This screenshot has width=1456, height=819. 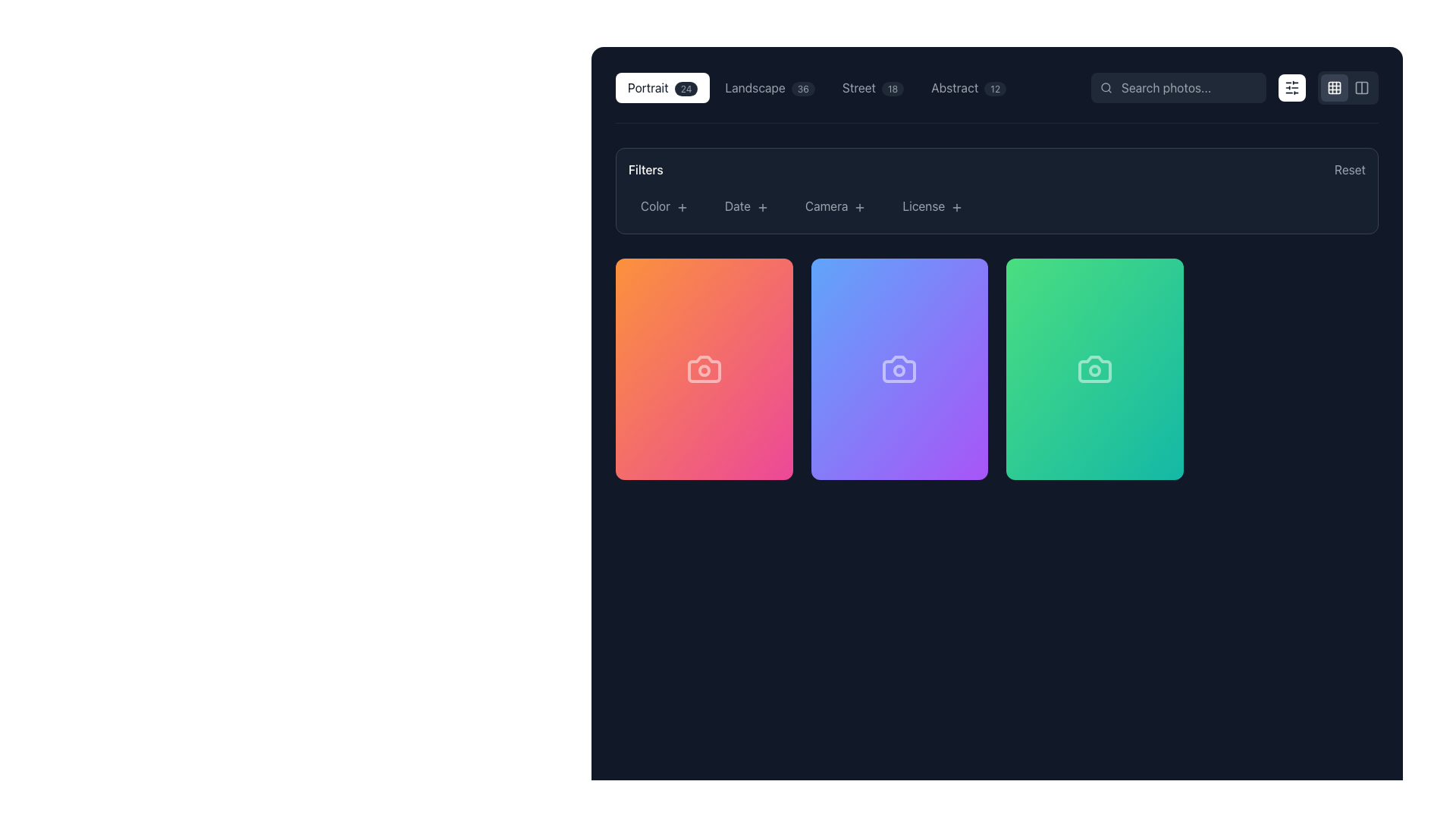 I want to click on the first card in the grid of cards displayed below the 'Filters' section, so click(x=703, y=369).